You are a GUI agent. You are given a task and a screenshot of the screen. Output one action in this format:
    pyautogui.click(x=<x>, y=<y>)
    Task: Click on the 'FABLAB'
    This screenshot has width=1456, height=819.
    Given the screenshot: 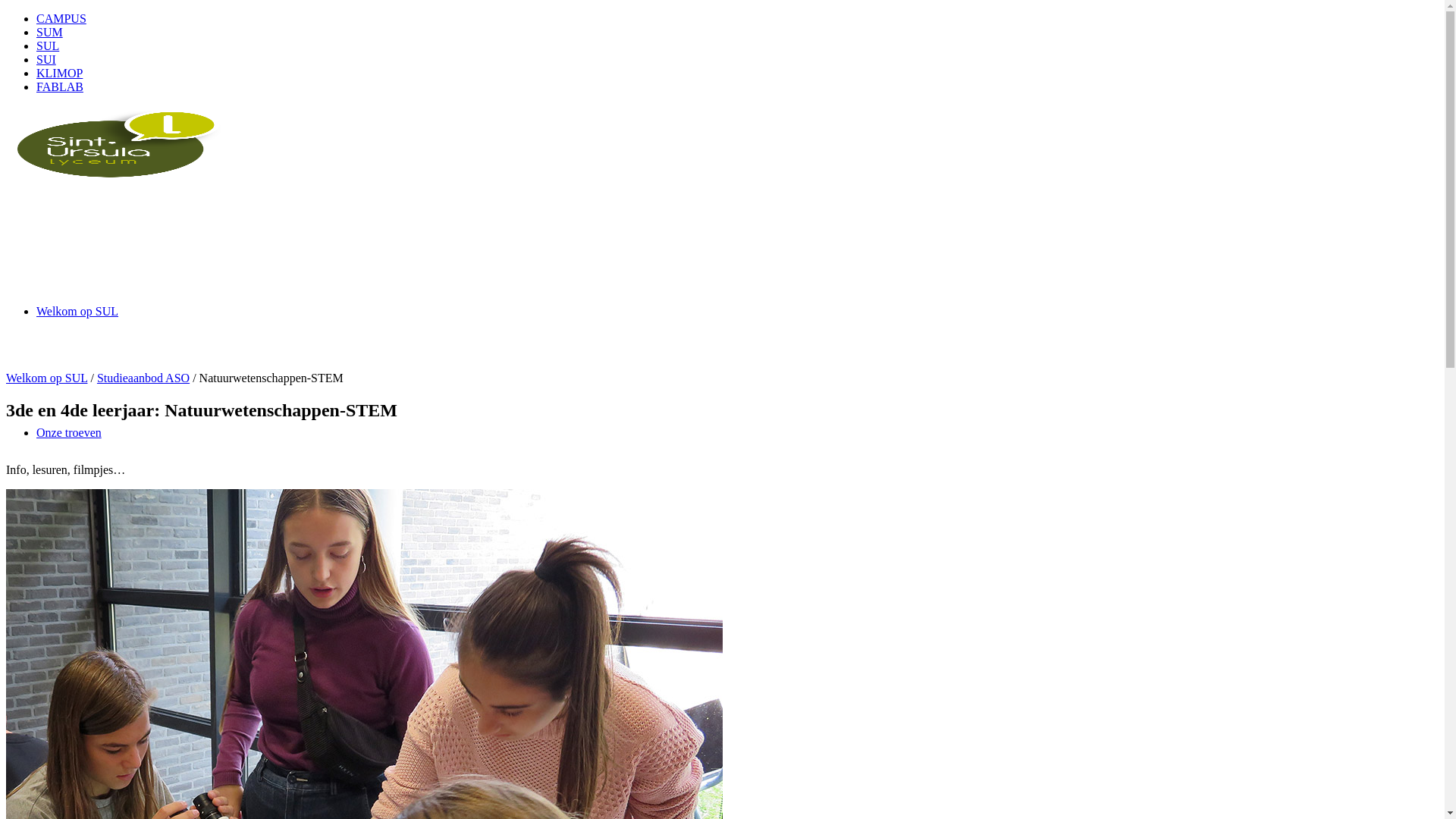 What is the action you would take?
    pyautogui.click(x=59, y=86)
    